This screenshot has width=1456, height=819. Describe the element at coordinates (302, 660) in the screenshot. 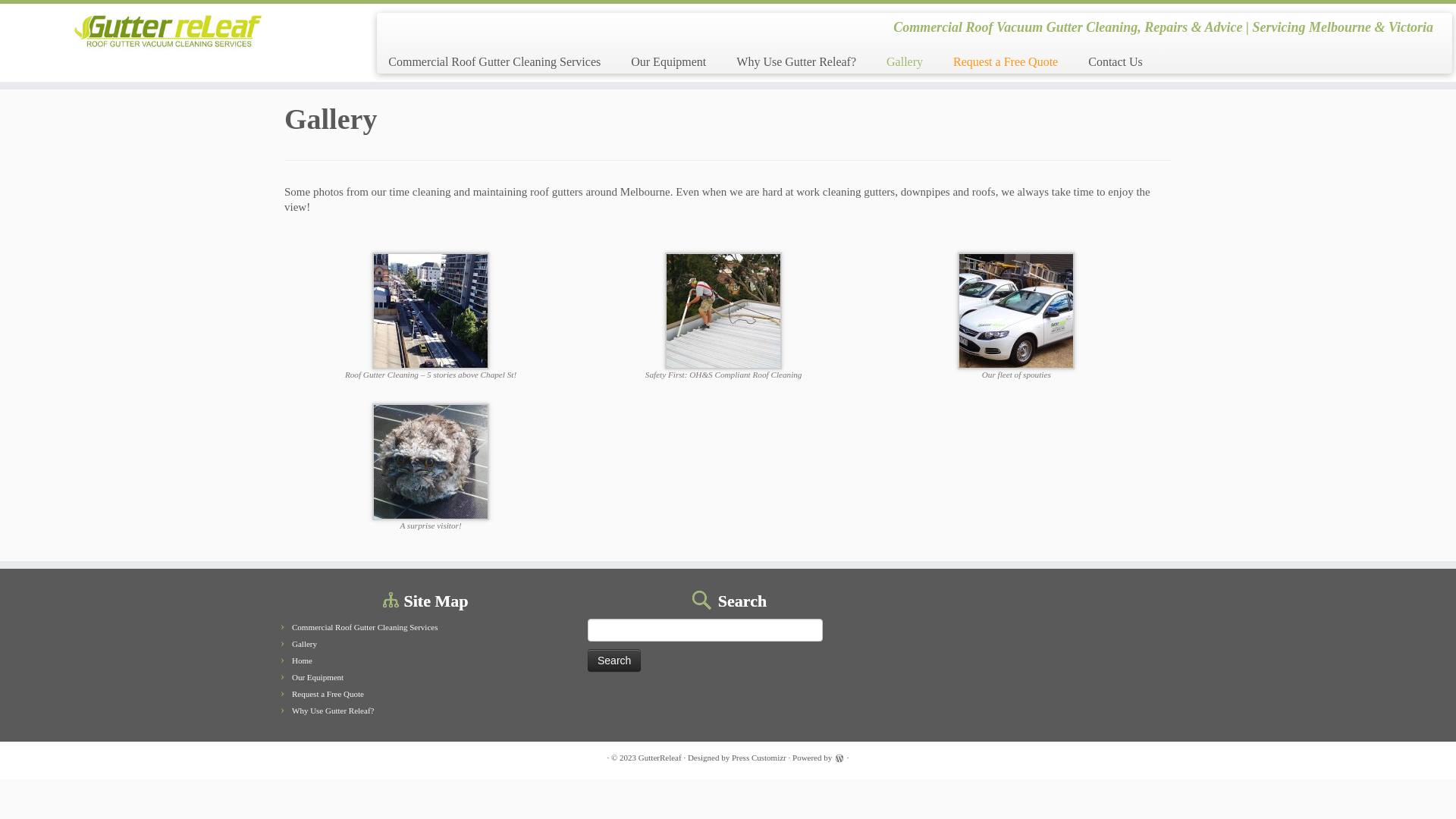

I see `'Home'` at that location.